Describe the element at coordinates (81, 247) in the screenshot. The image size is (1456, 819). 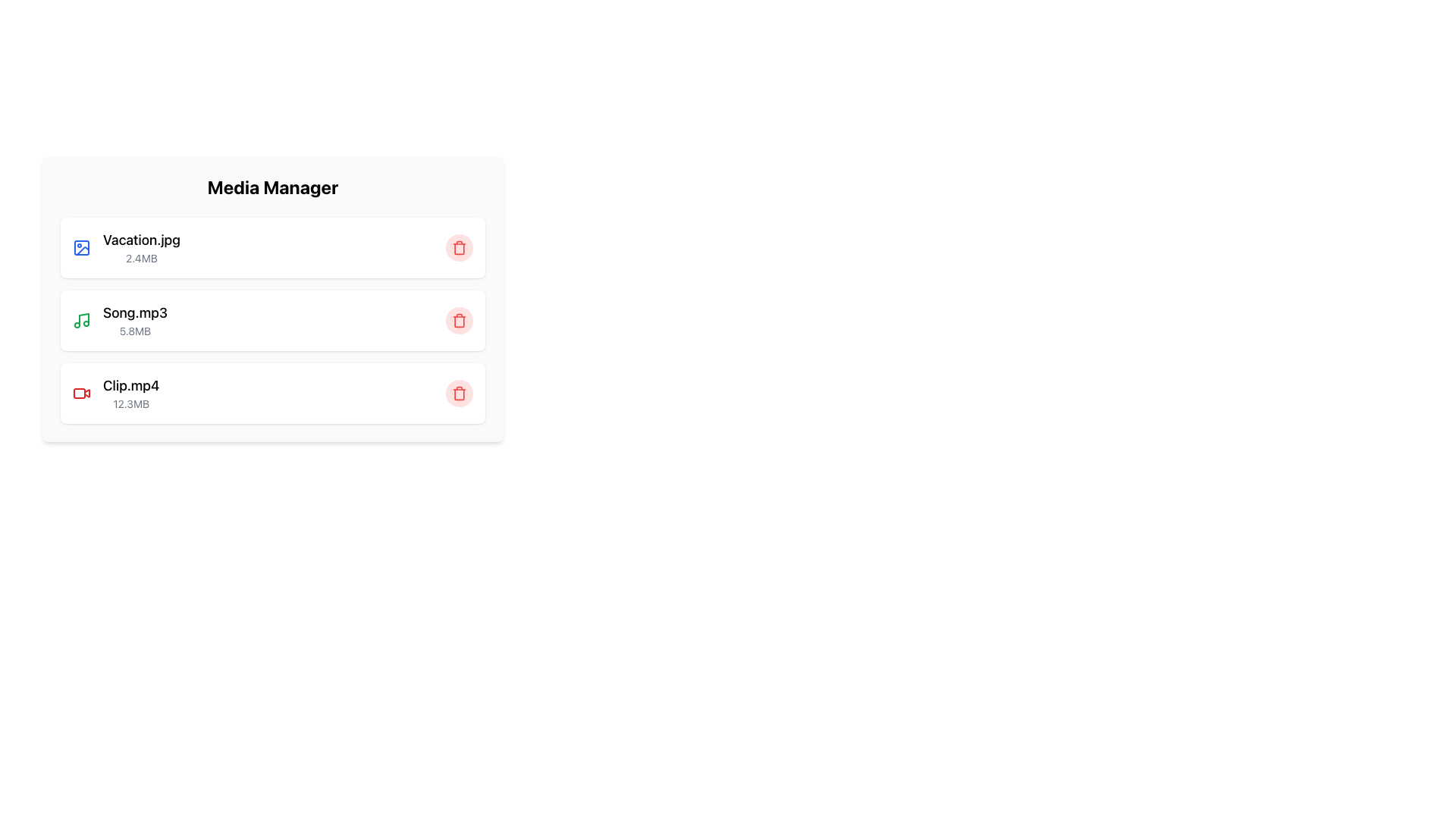
I see `the icon representing the file type of 'Vacation.jpg' located at the top-left corner of the first entry` at that location.